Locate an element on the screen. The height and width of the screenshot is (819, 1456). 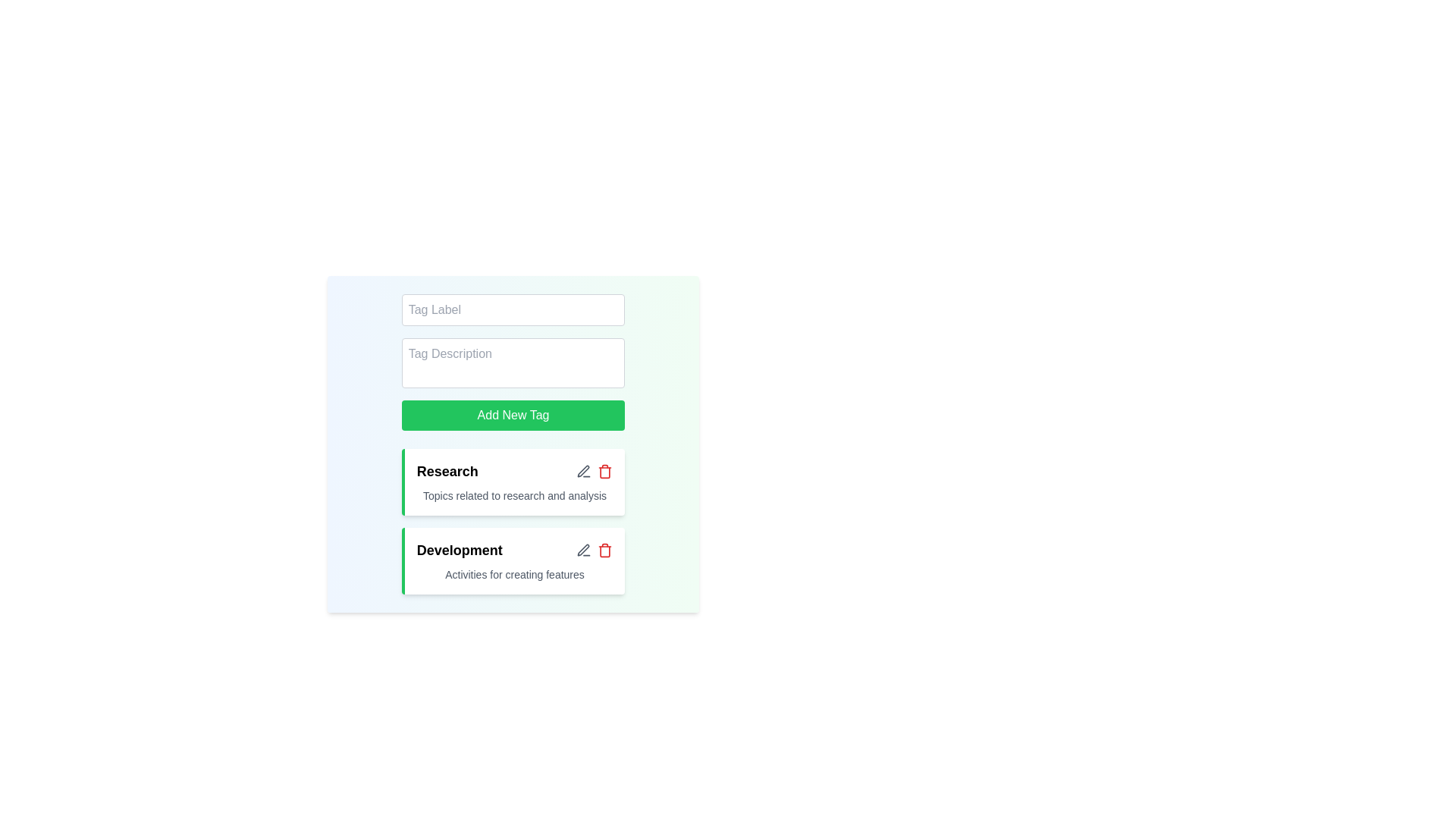
the title of the Information panel for the 'Development' category is located at coordinates (513, 561).